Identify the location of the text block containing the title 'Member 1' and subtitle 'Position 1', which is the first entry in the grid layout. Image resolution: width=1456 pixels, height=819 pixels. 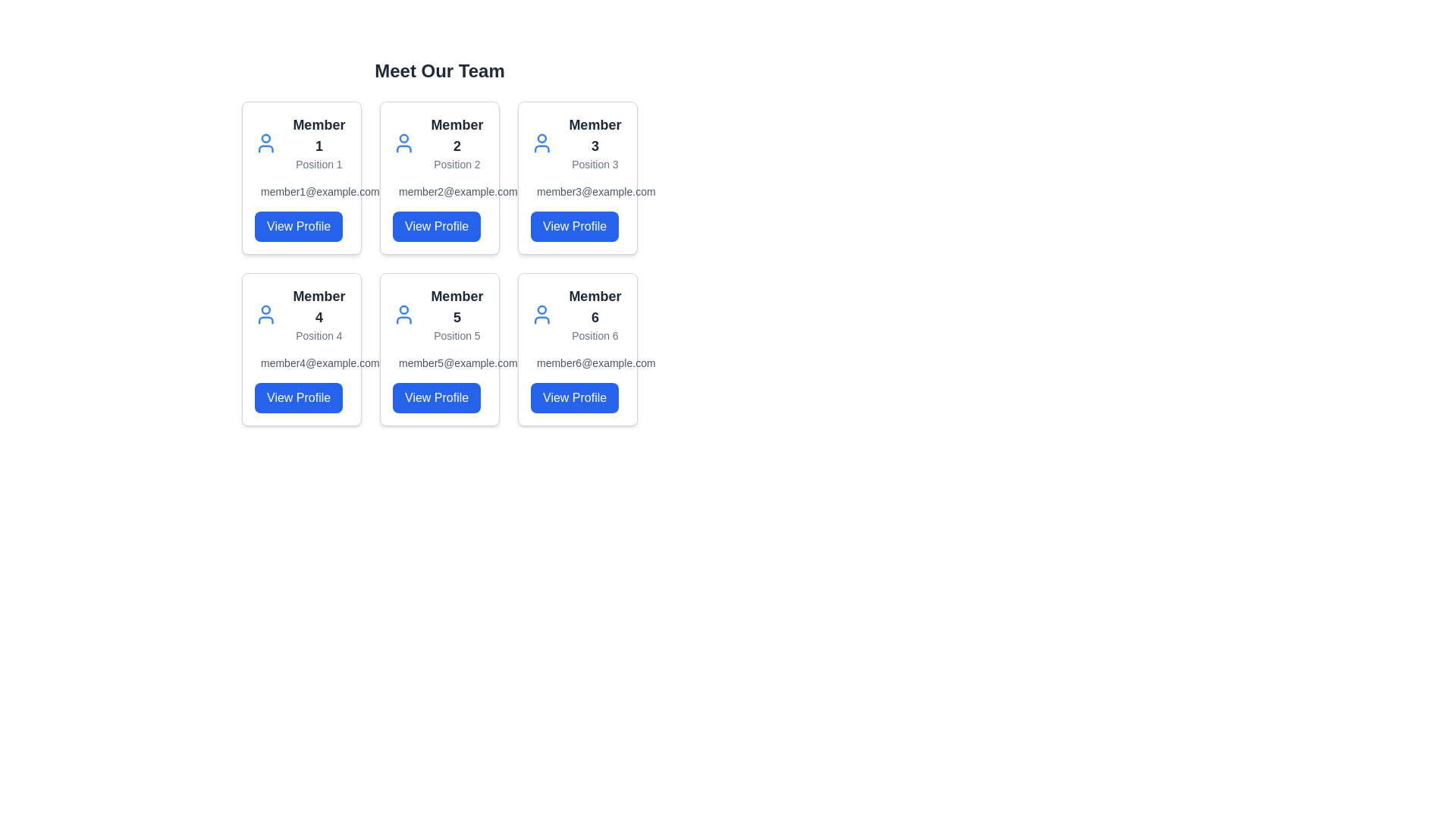
(318, 143).